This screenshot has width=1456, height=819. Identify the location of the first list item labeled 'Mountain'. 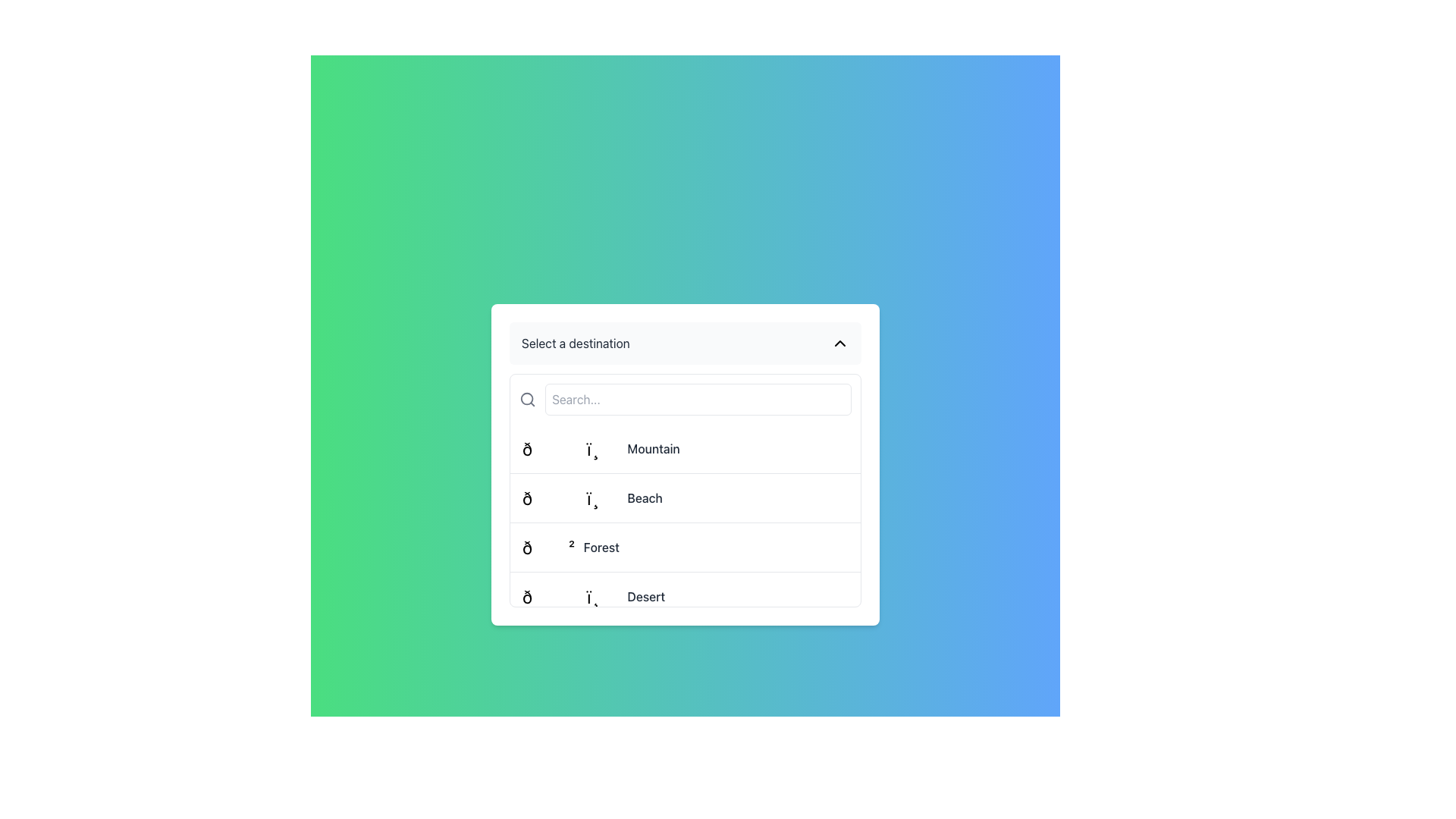
(600, 447).